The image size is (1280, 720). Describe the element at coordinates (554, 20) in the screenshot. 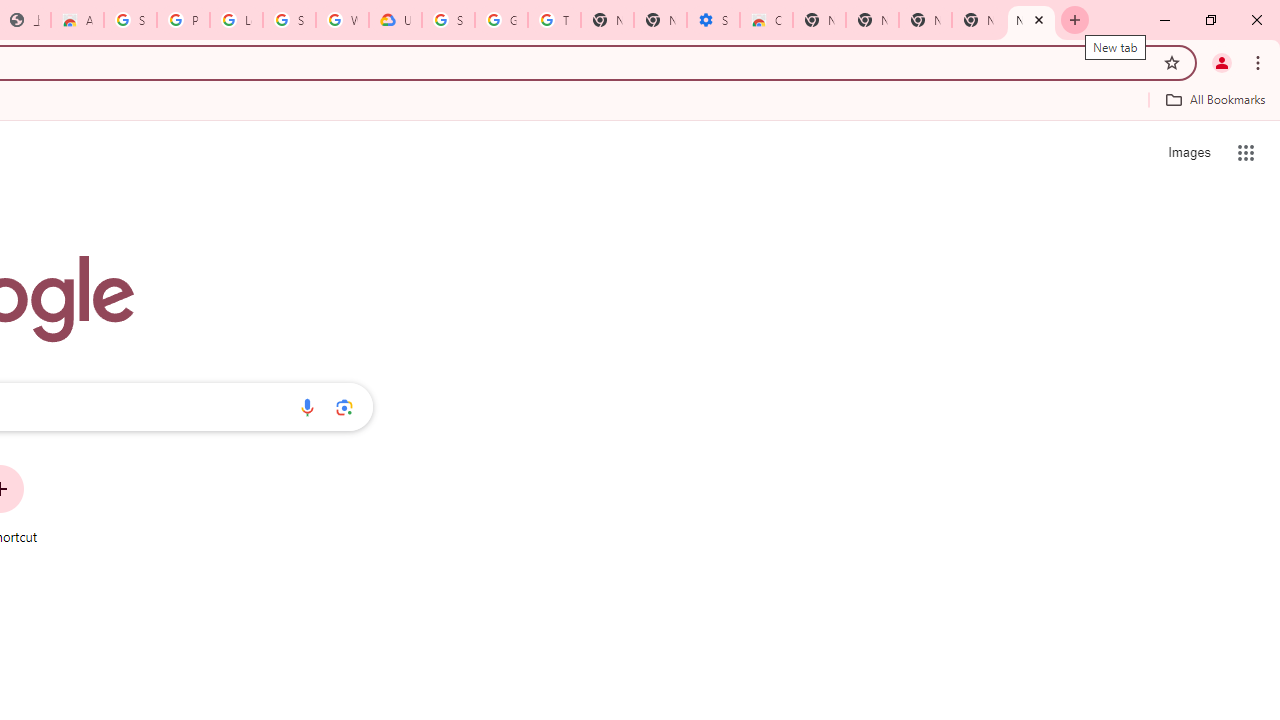

I see `'Turn cookies on or off - Computer - Google Account Help'` at that location.